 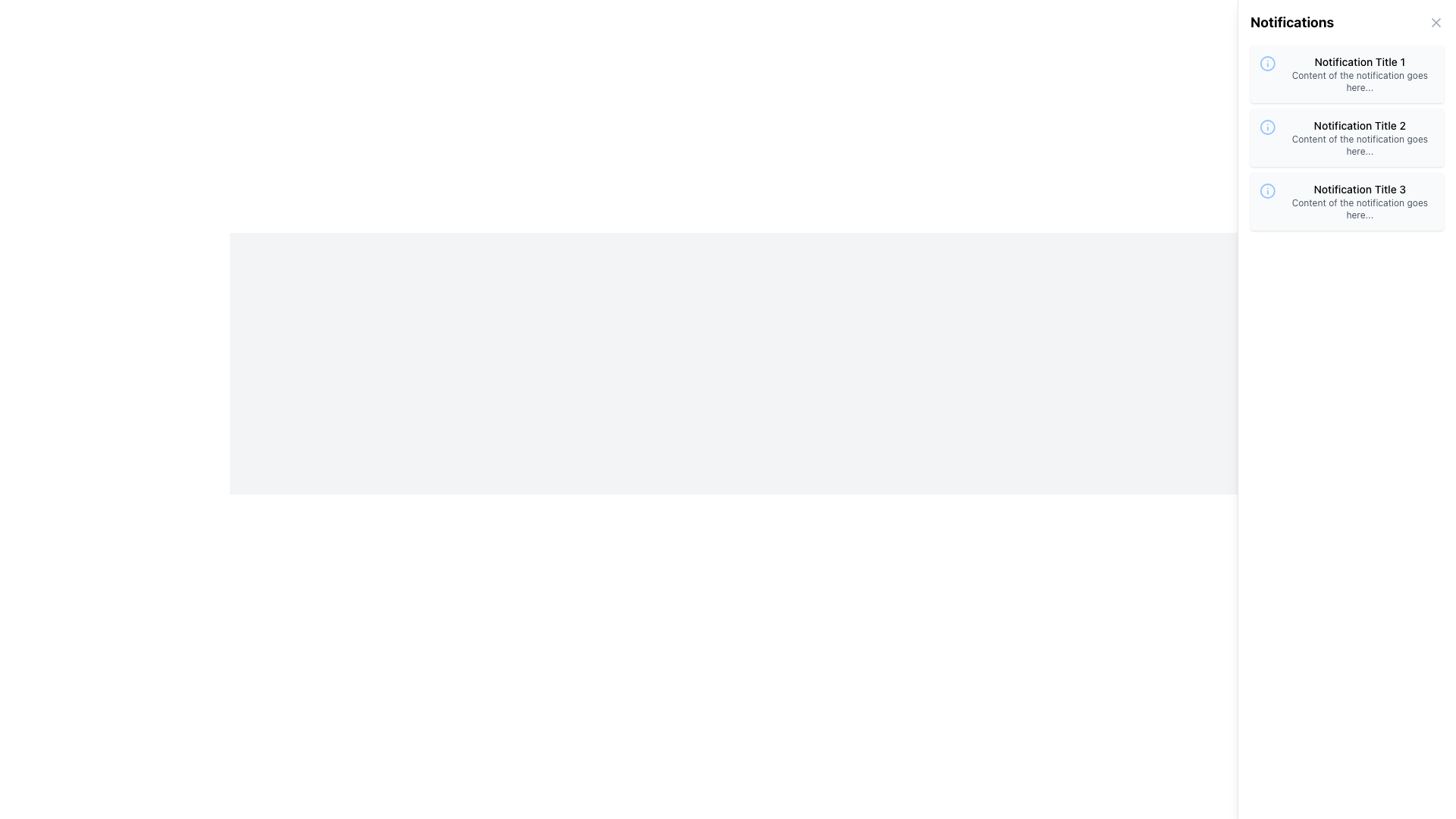 I want to click on the notification with title 'Notification Title 2' and subtitle 'Content of the notification goes here...' to interact with it, so click(x=1360, y=137).